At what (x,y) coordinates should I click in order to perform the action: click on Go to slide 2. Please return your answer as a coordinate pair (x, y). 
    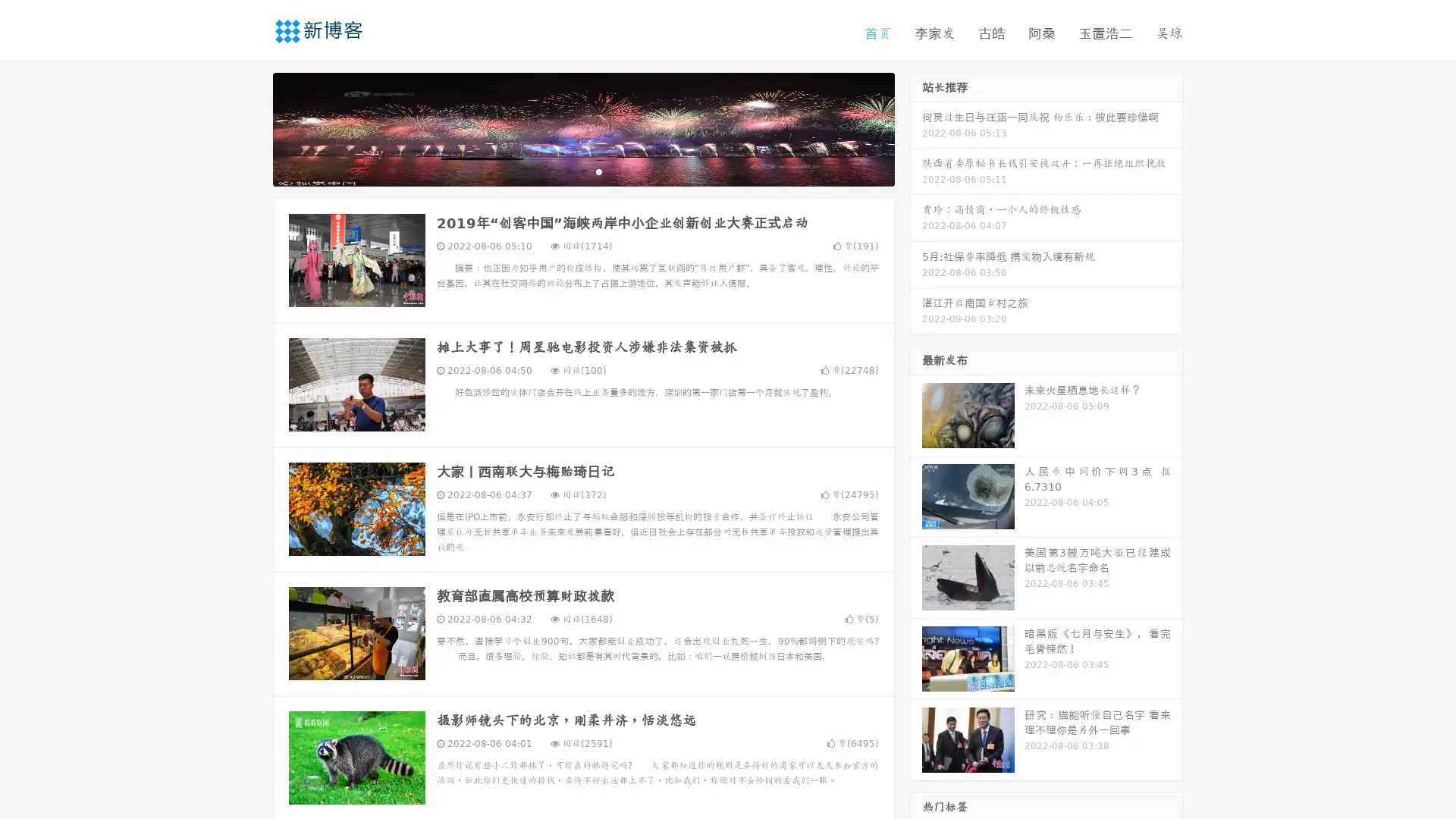
    Looking at the image, I should click on (582, 171).